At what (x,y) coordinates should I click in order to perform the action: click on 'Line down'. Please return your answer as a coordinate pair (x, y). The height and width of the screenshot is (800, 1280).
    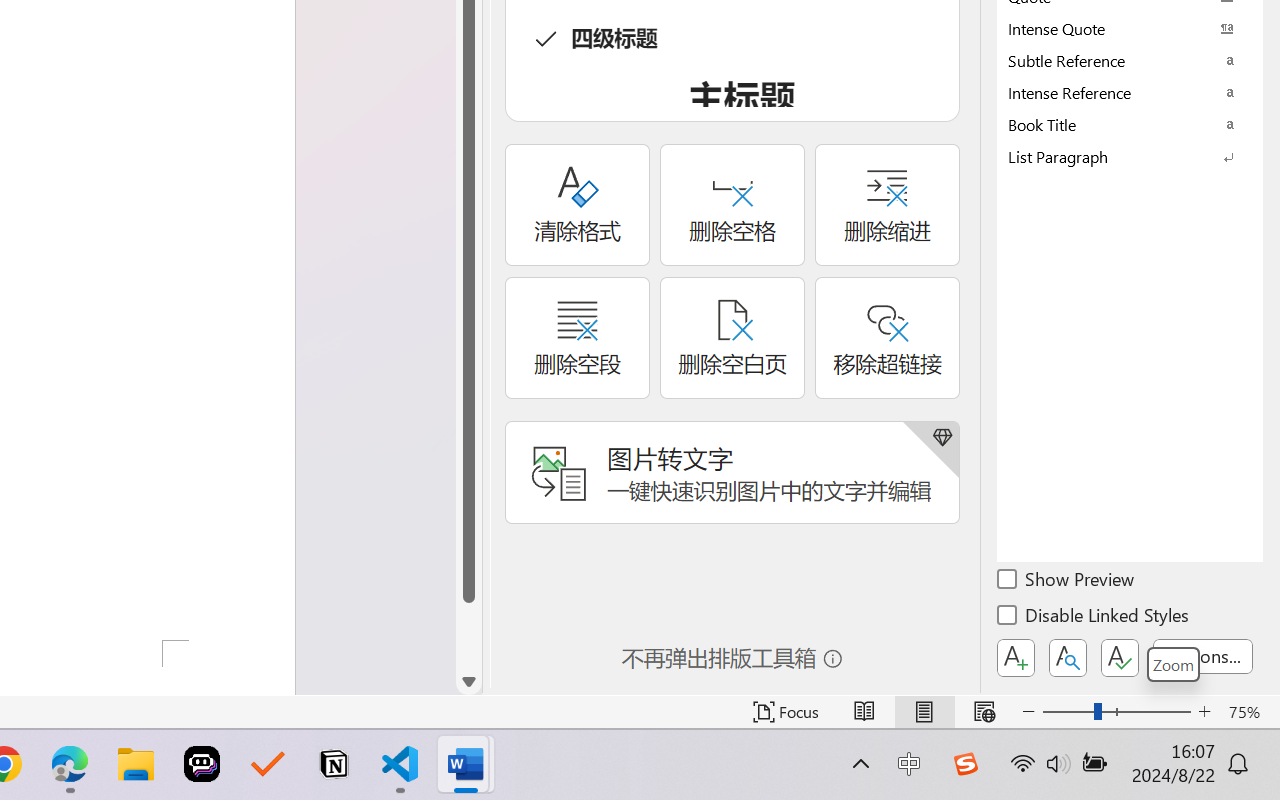
    Looking at the image, I should click on (468, 682).